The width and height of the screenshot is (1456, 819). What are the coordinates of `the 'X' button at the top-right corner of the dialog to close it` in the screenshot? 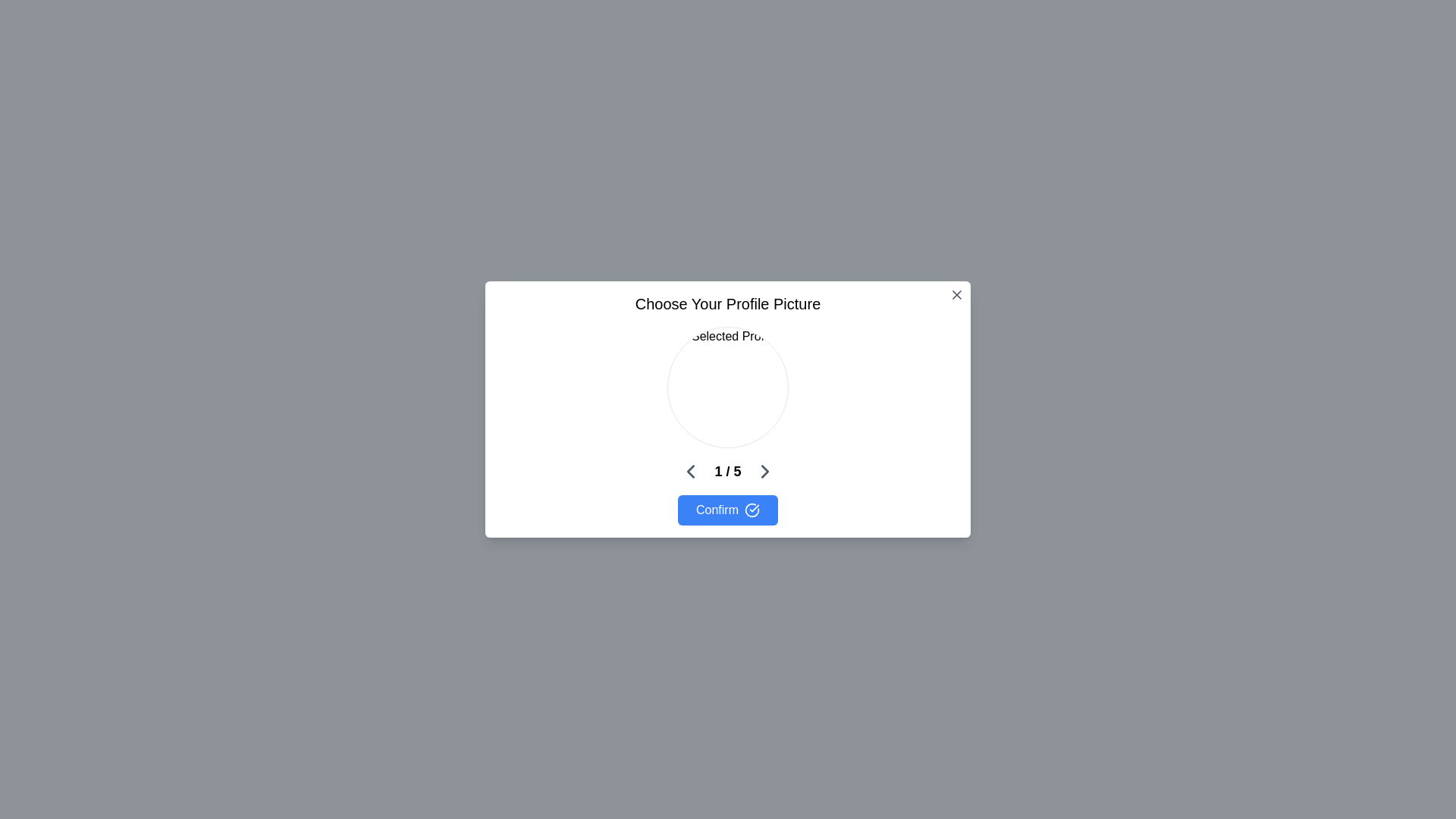 It's located at (956, 295).